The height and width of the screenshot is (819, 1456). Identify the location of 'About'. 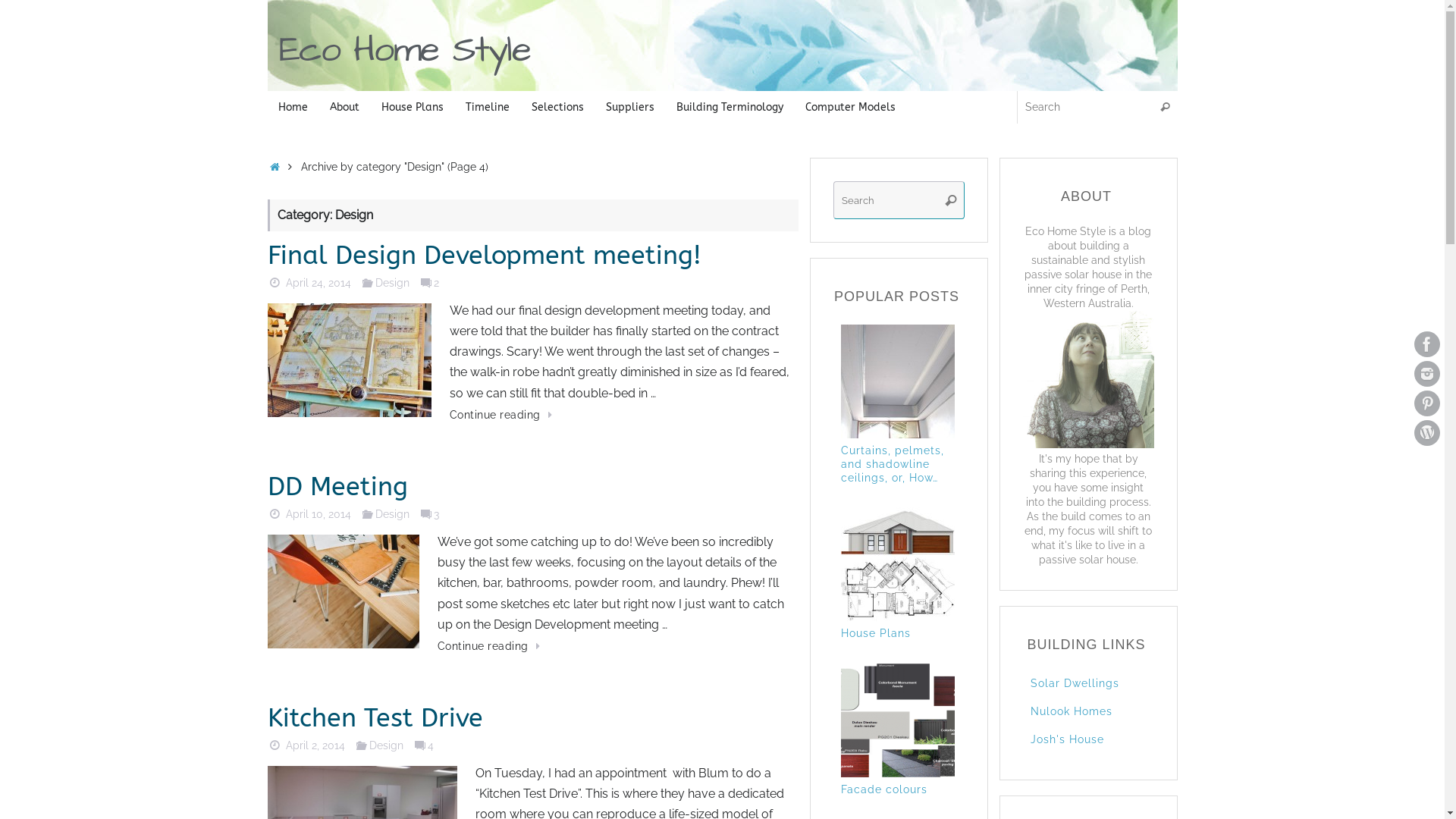
(344, 106).